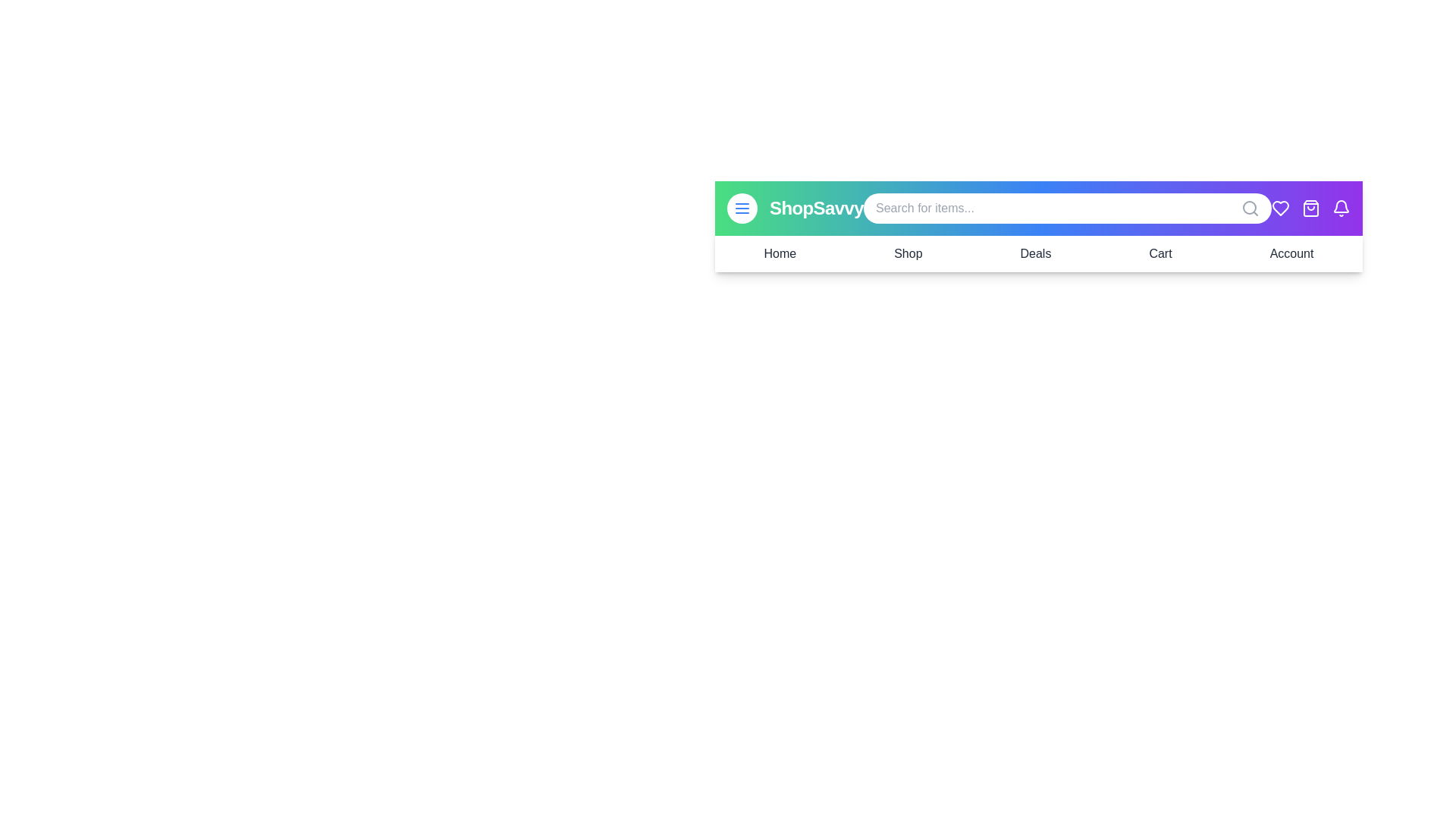 The height and width of the screenshot is (819, 1456). Describe the element at coordinates (1291, 253) in the screenshot. I see `the Account link in the navigation bar` at that location.